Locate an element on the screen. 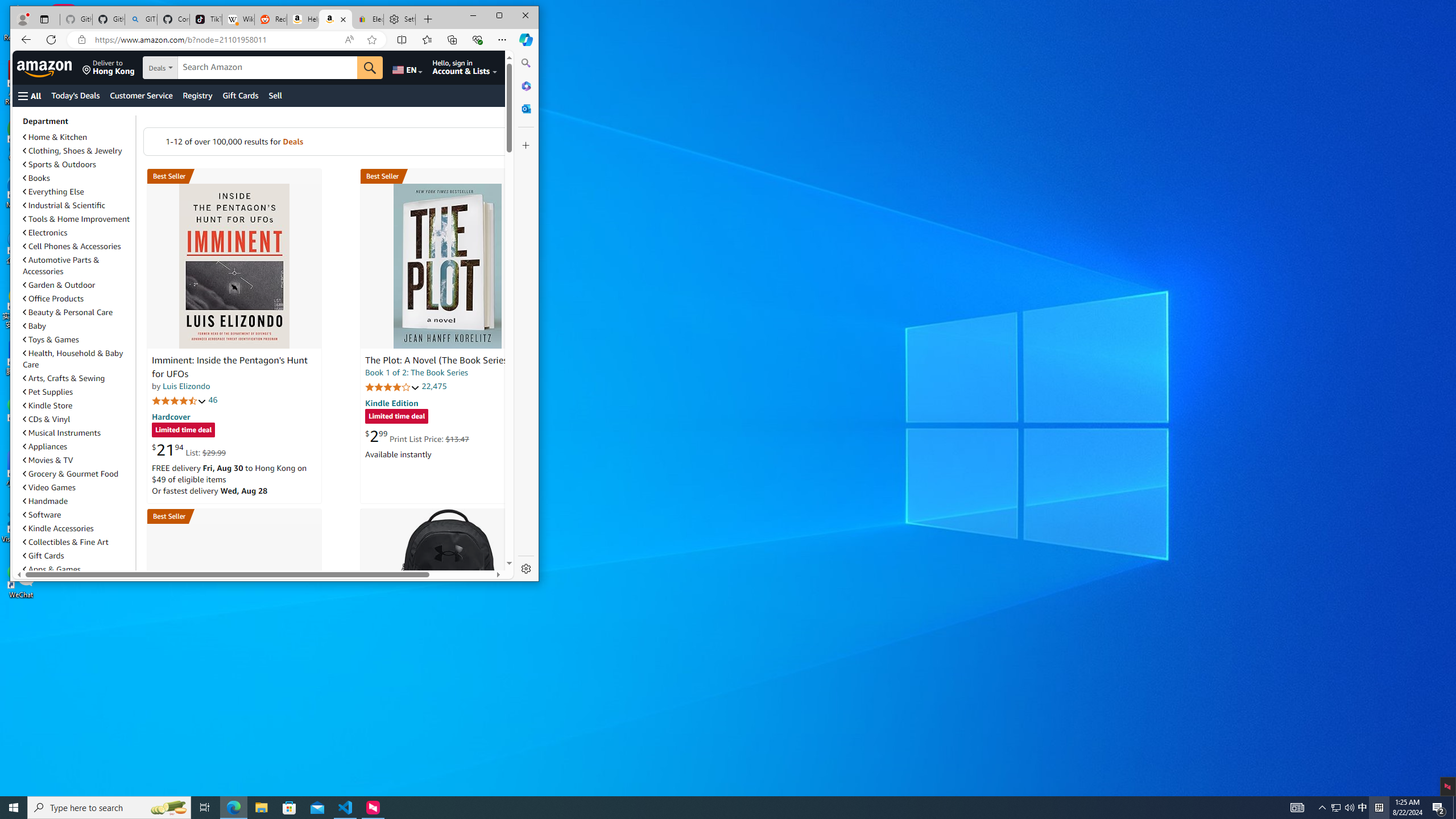  'Deliver to Hong Kong' is located at coordinates (107, 67).